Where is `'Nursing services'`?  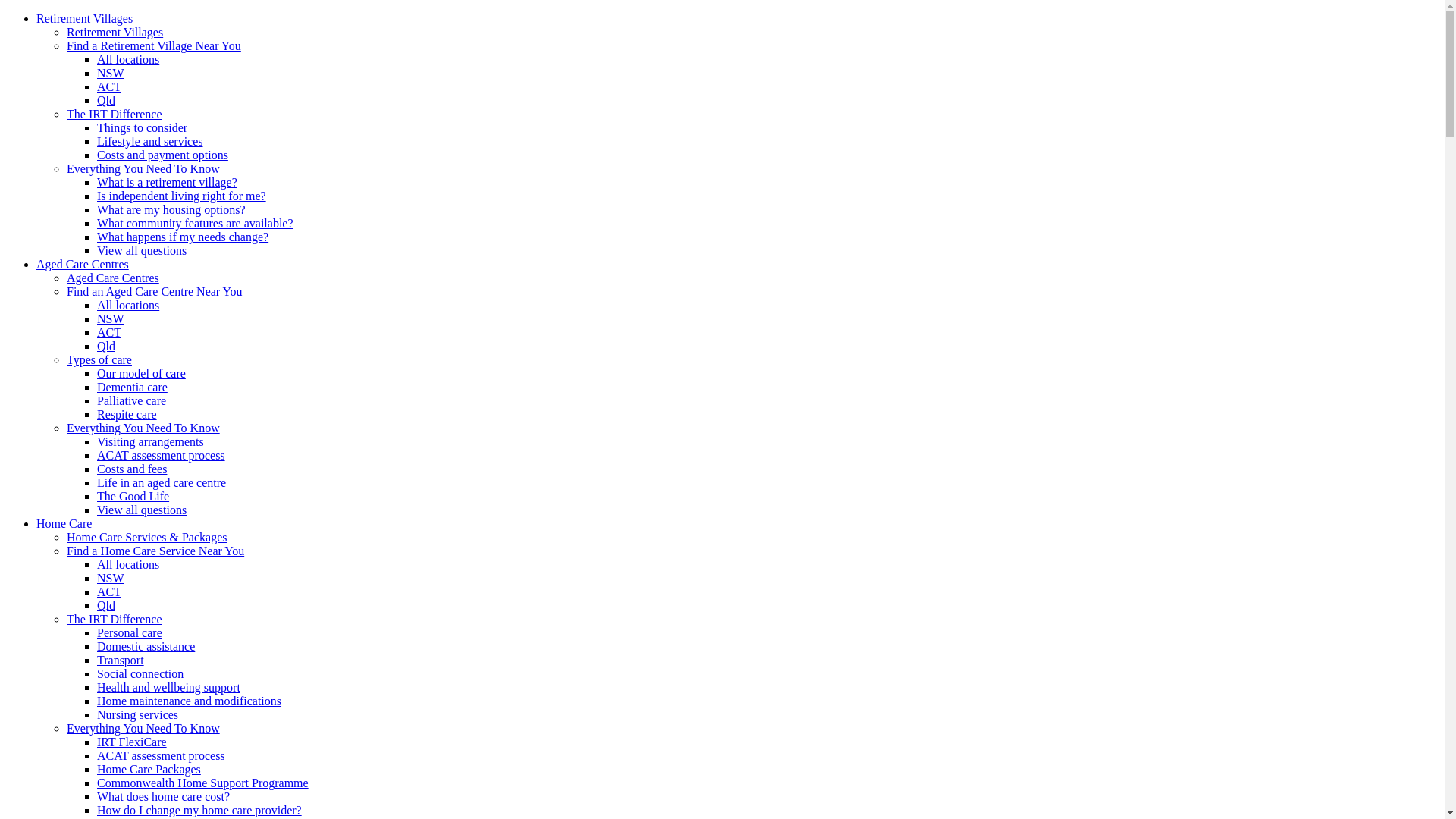 'Nursing services' is located at coordinates (137, 714).